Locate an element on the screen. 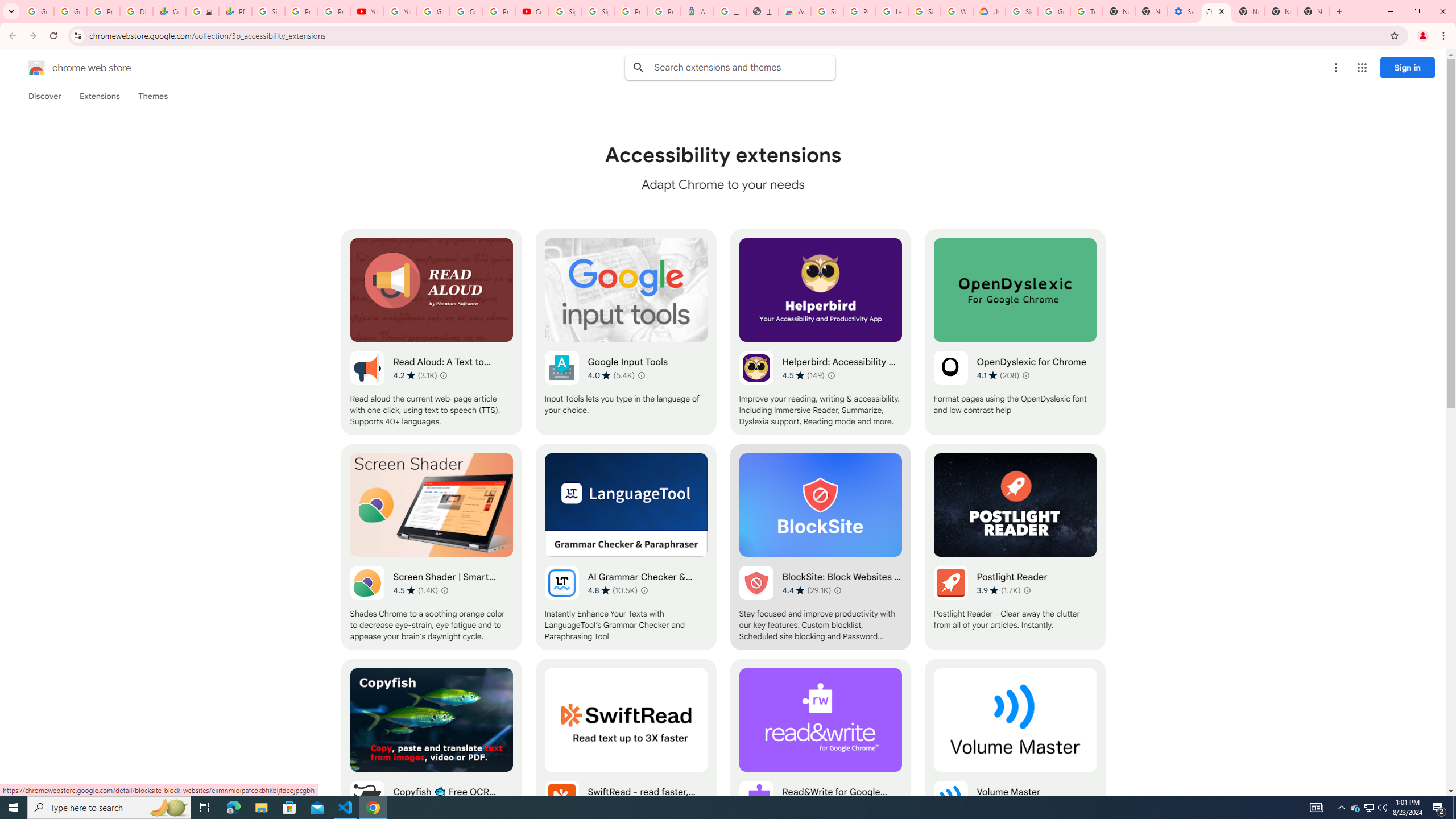 The width and height of the screenshot is (1456, 819). 'Chrome Web Store - Accessibility extensions' is located at coordinates (1215, 11).